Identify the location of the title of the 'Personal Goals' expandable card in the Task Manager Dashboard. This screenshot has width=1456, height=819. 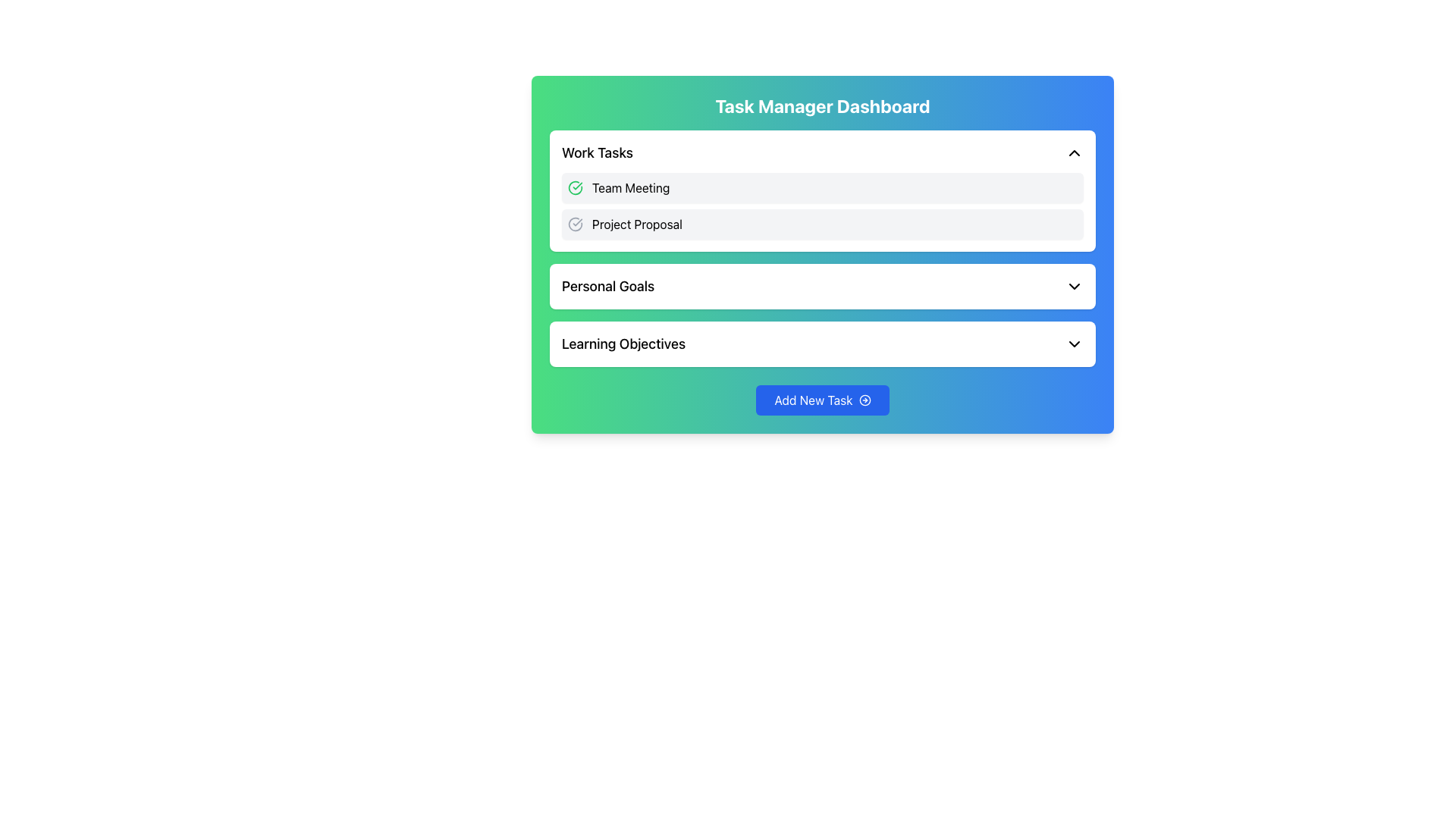
(821, 287).